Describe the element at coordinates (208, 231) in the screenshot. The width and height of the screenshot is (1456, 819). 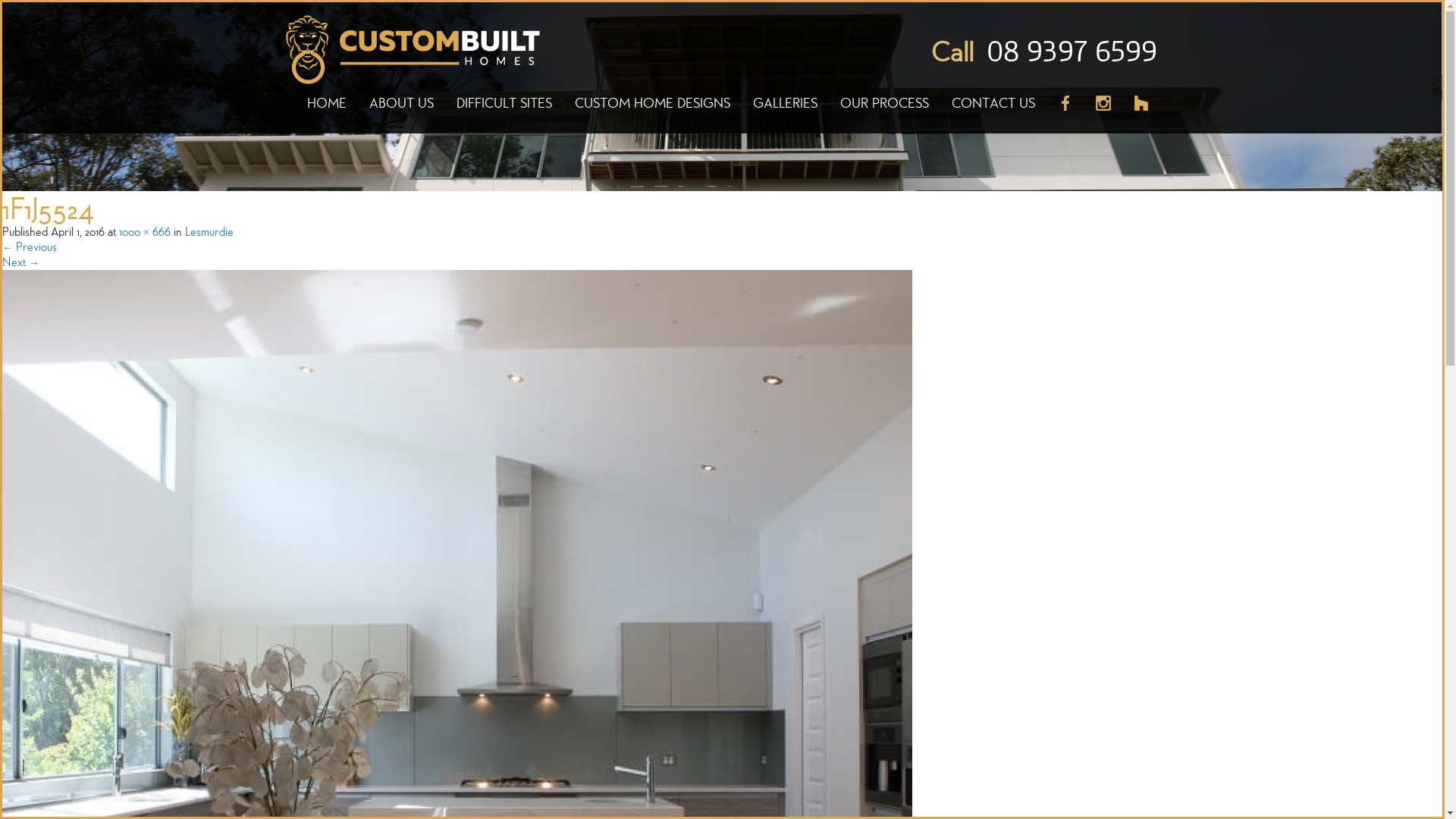
I see `'Lesmurdie'` at that location.